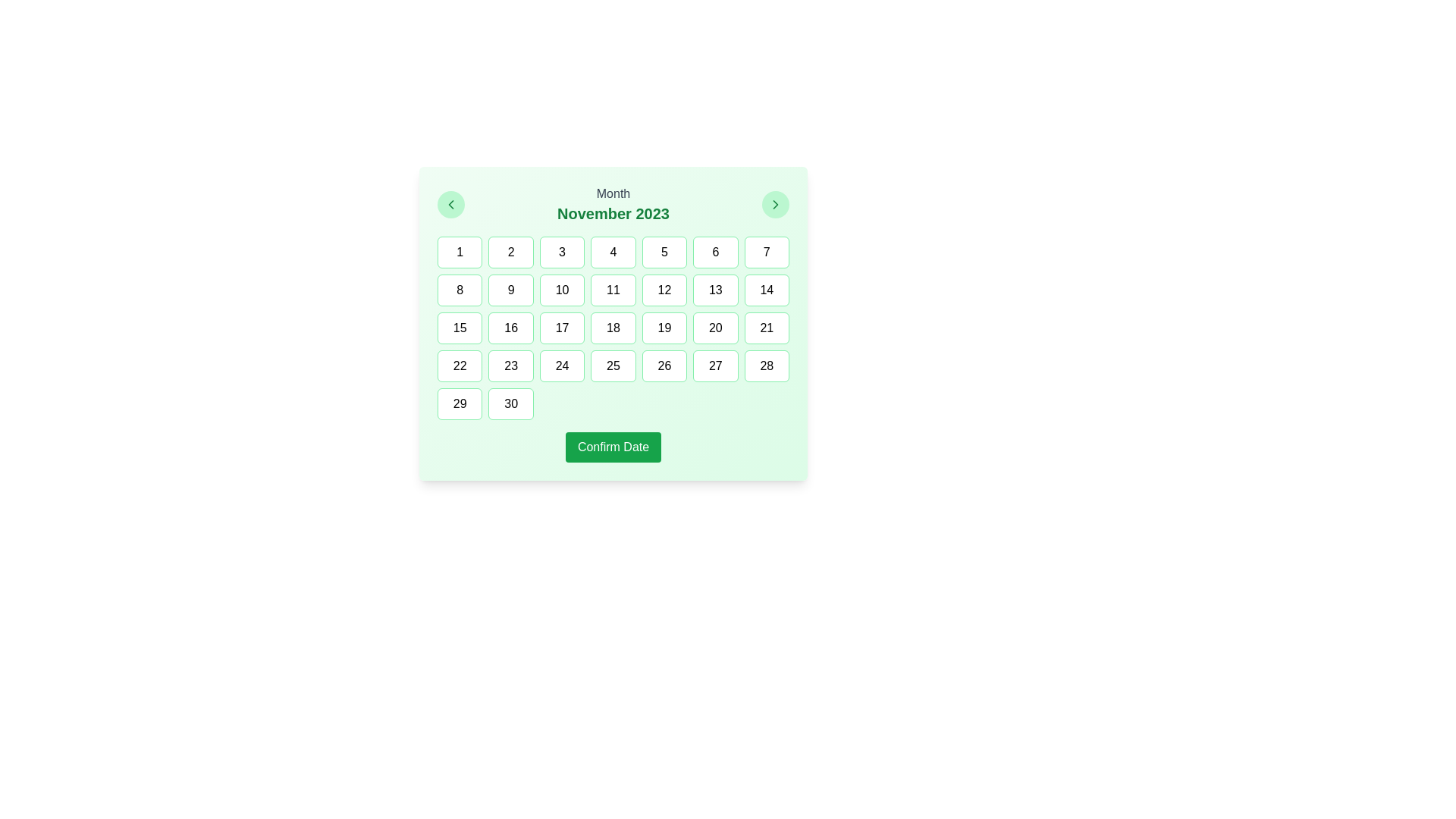 The width and height of the screenshot is (1456, 819). Describe the element at coordinates (767, 366) in the screenshot. I see `the calendar date button labeled '28', which is a rectangular button with a white background and a green border, located in the bottom-right corner of the calendar grid` at that location.